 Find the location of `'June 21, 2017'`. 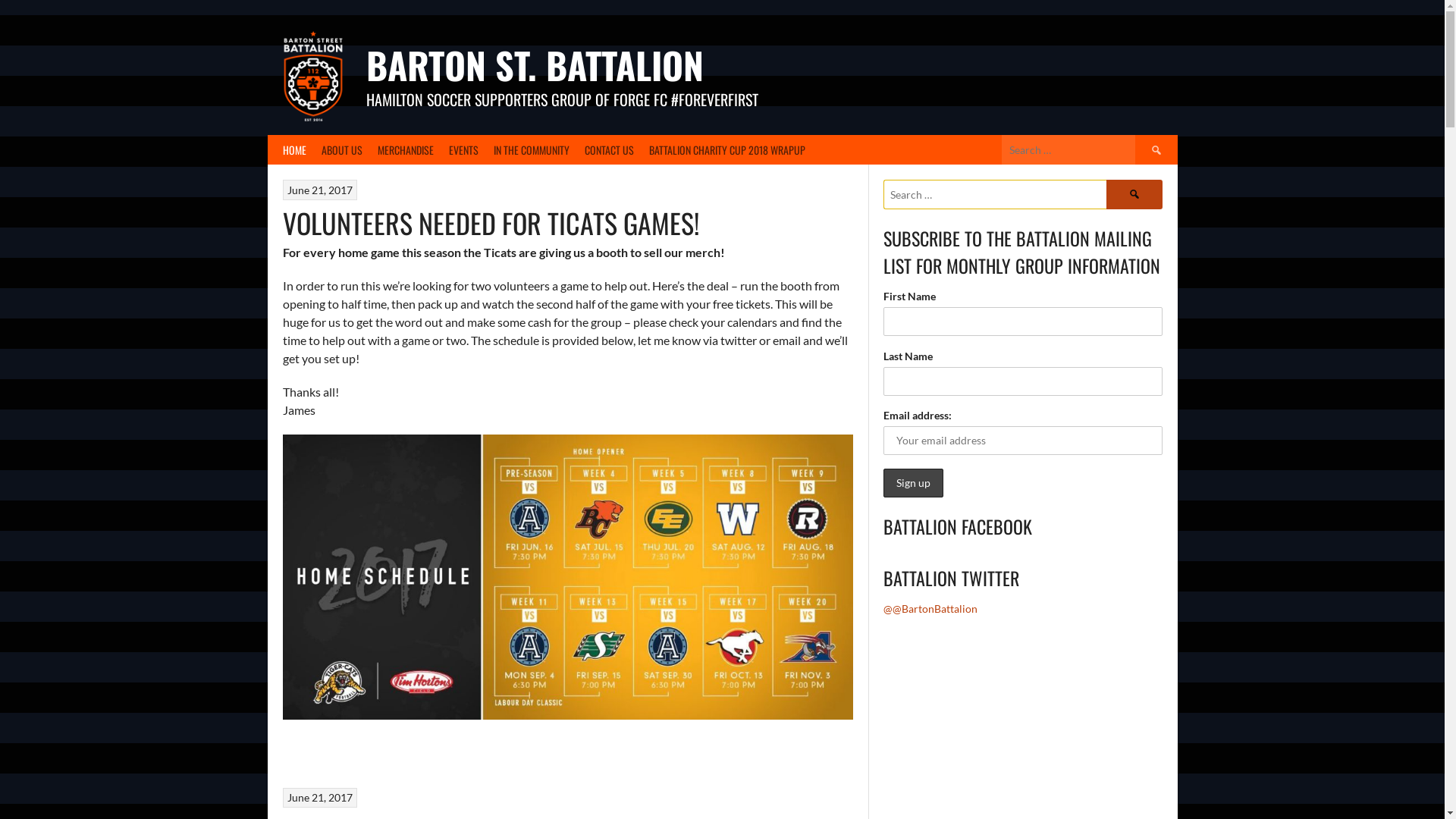

'June 21, 2017' is located at coordinates (319, 189).